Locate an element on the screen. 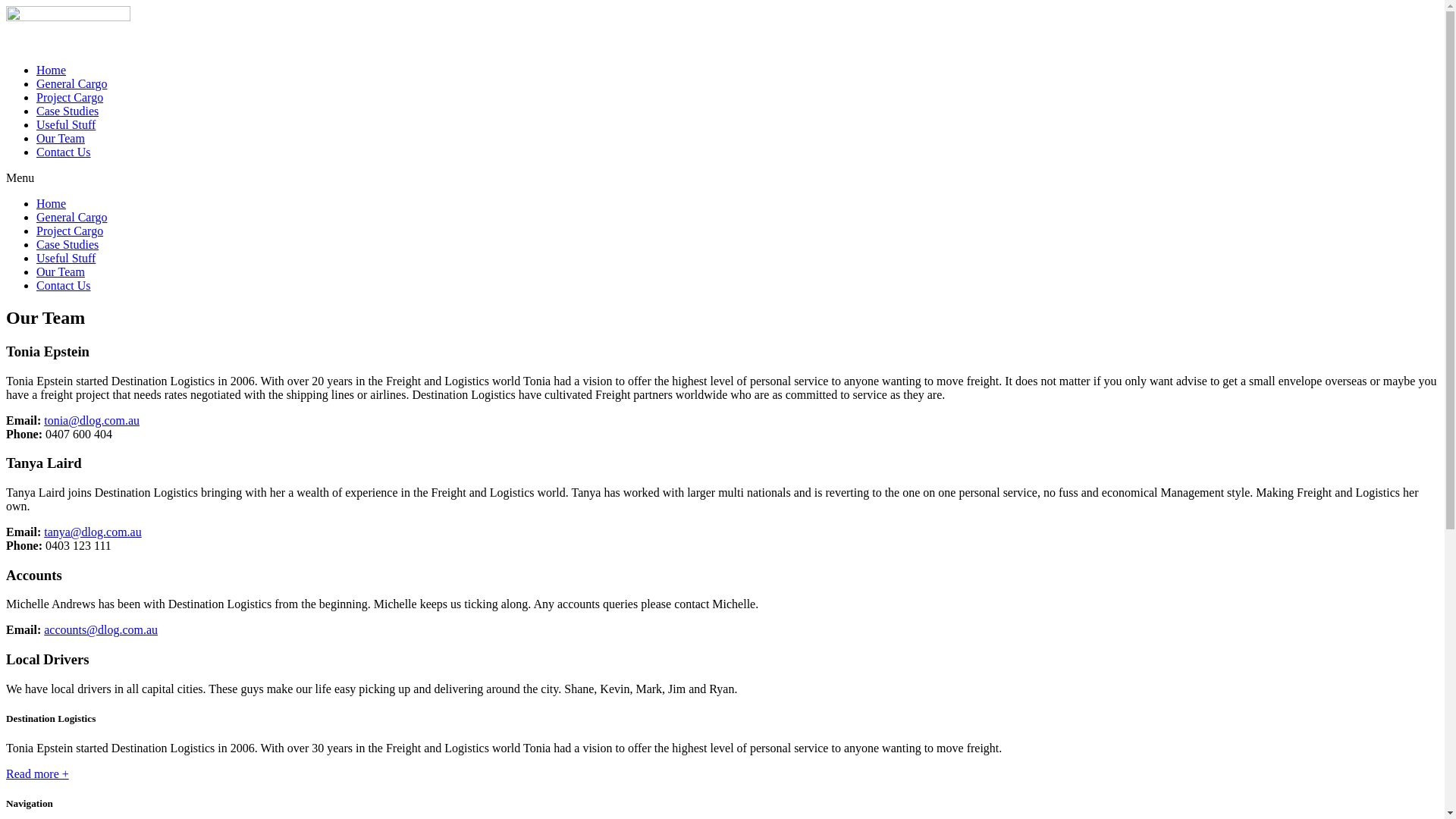 The width and height of the screenshot is (1456, 819). 'Contact Us' is located at coordinates (62, 152).